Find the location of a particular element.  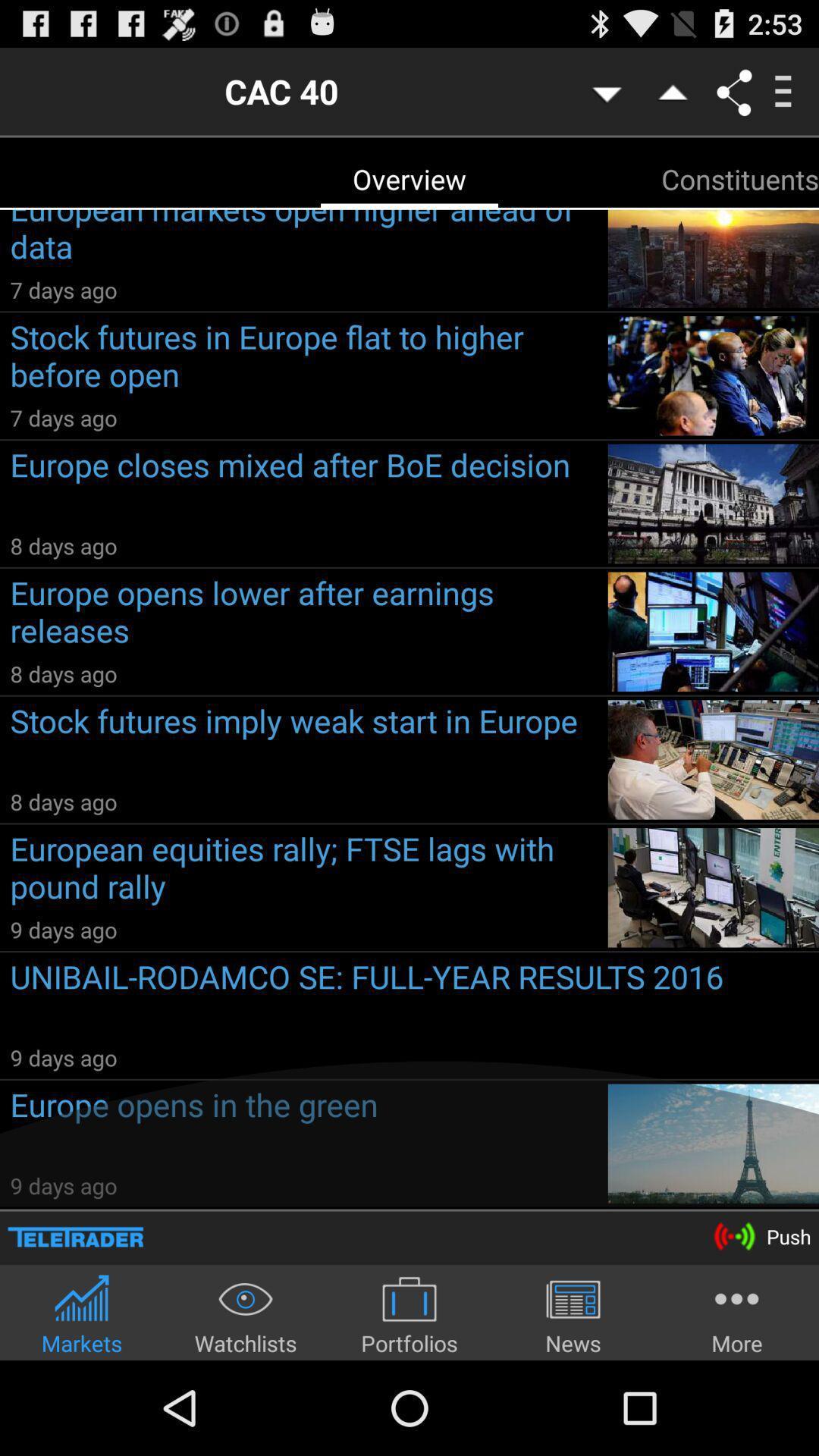

the european equities rally is located at coordinates (303, 871).